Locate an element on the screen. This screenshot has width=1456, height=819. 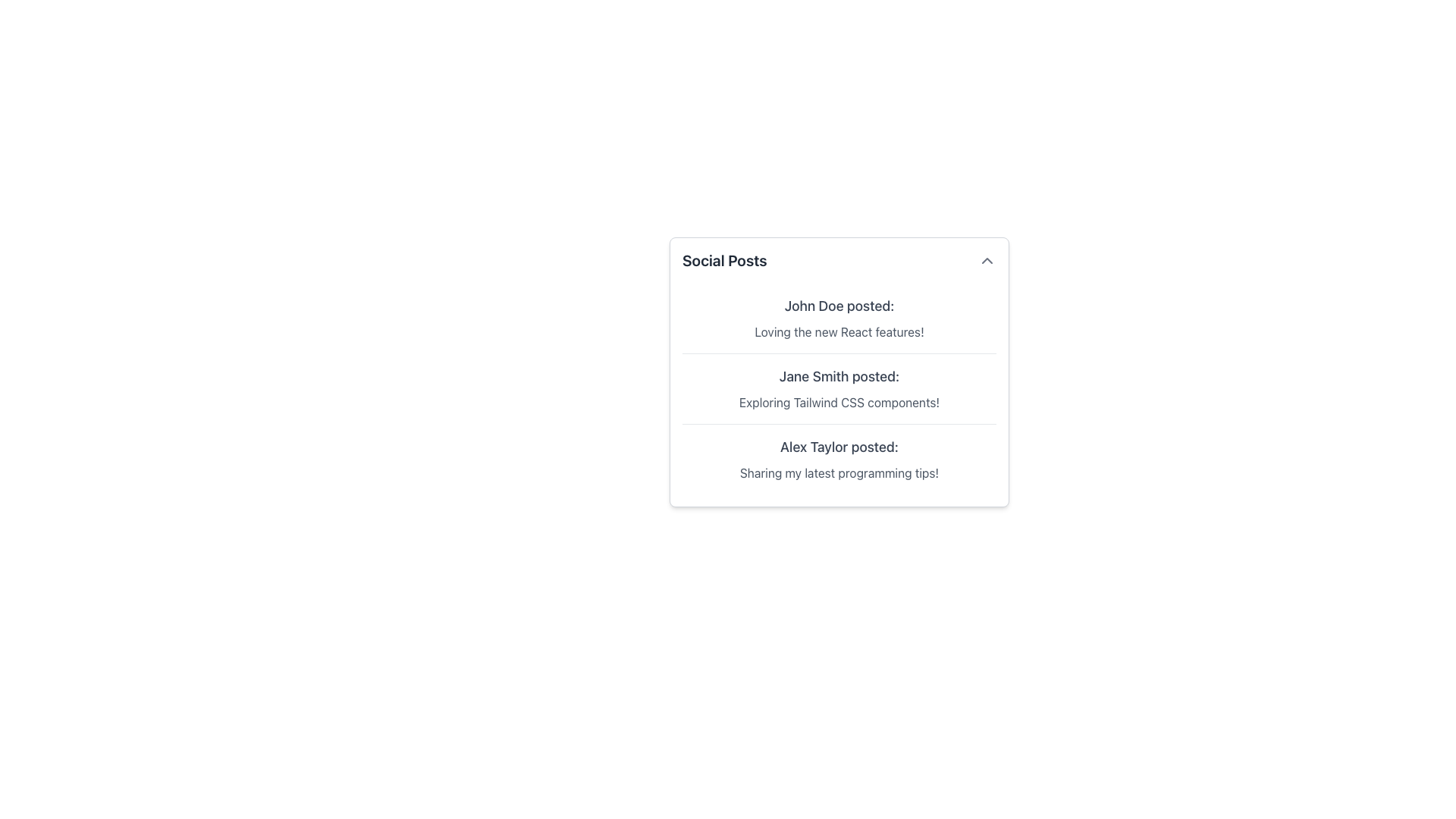
the text label that reads 'Alex Taylor posted:', which is styled with a larger font size and bold typeface, positioned above the smaller text block within the social posts feed is located at coordinates (839, 447).